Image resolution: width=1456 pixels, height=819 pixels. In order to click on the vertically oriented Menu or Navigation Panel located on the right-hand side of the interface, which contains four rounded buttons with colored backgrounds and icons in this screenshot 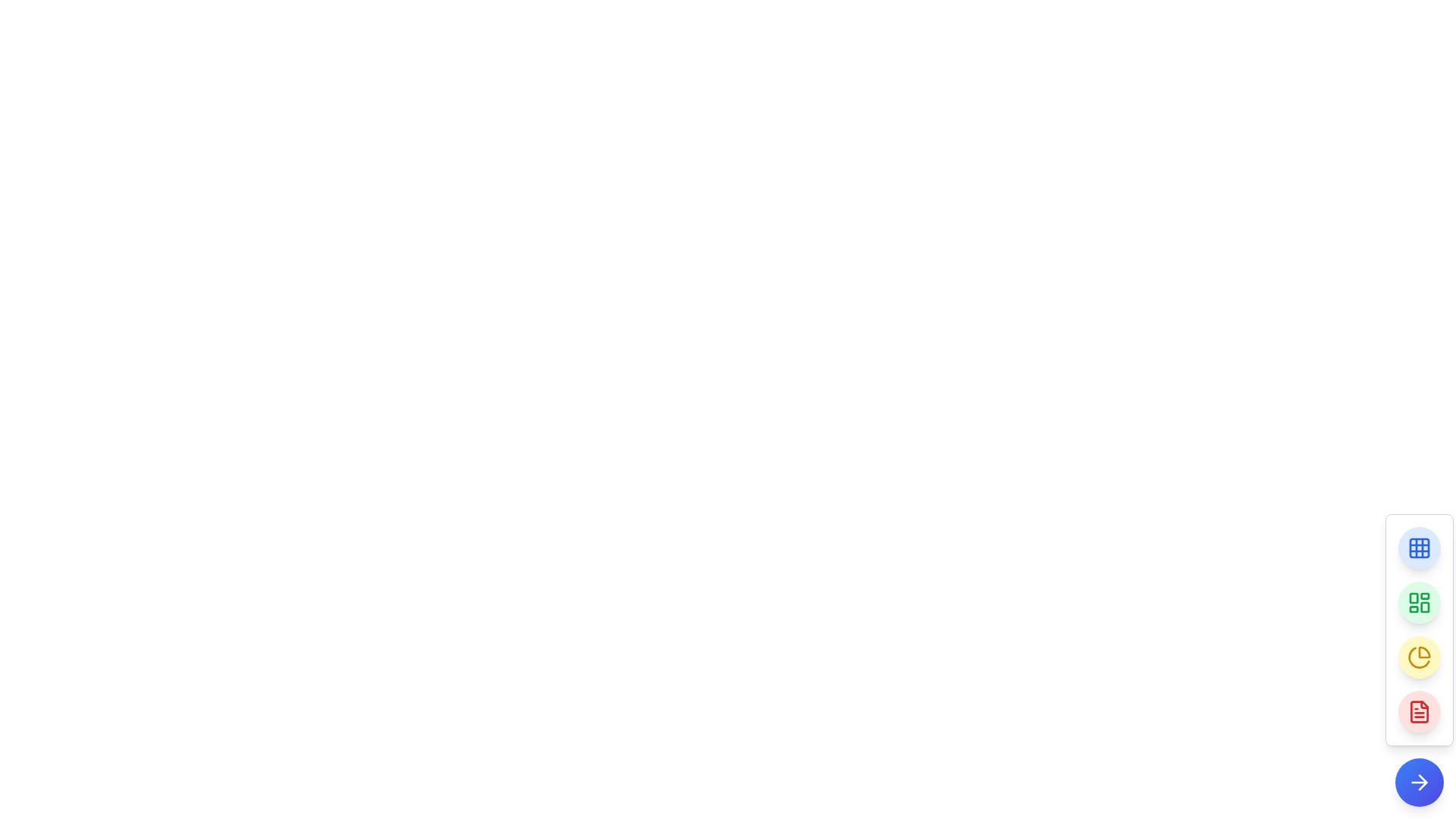, I will do `click(1419, 629)`.